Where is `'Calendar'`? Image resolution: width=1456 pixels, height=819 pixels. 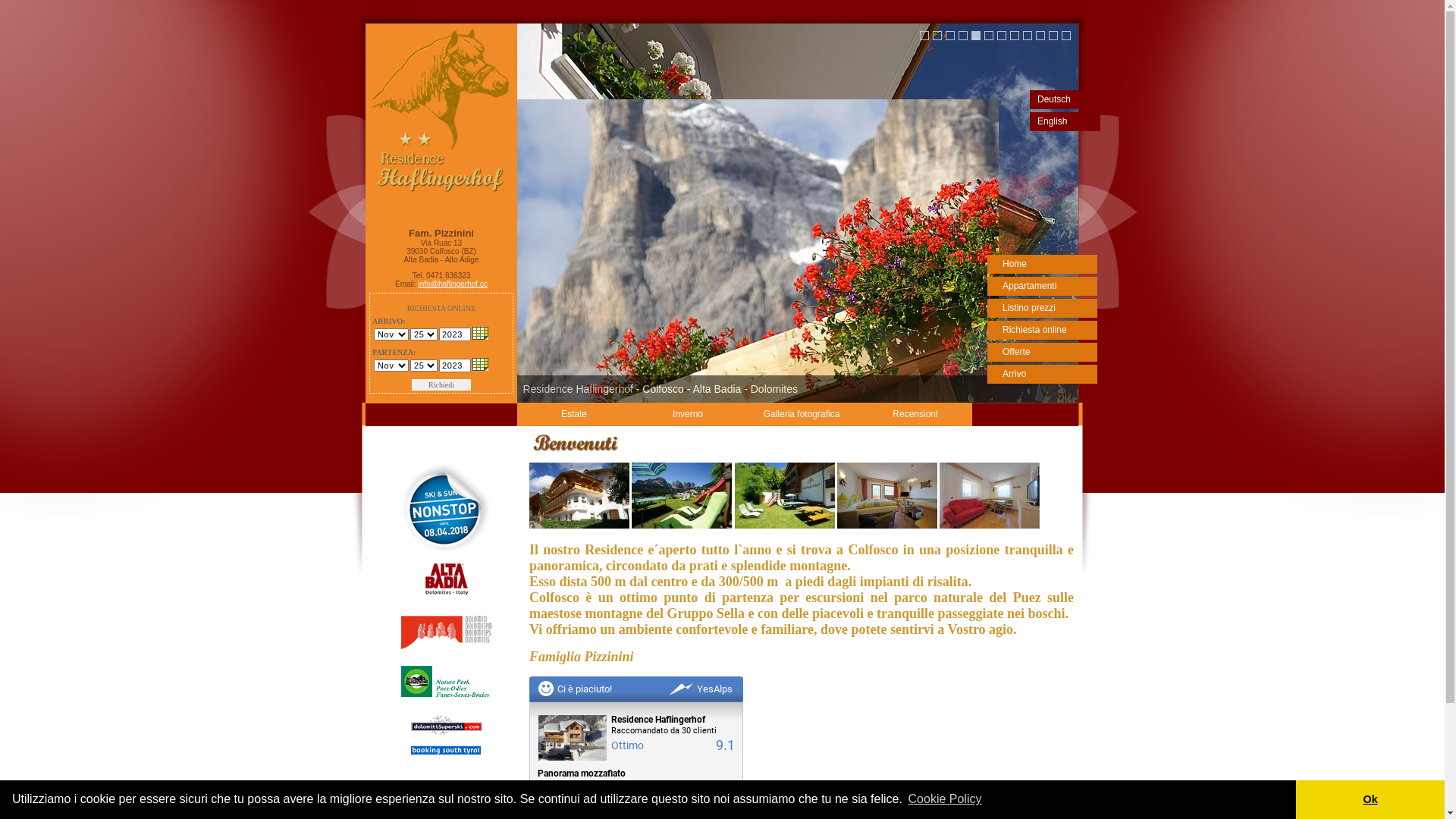 'Calendar' is located at coordinates (479, 332).